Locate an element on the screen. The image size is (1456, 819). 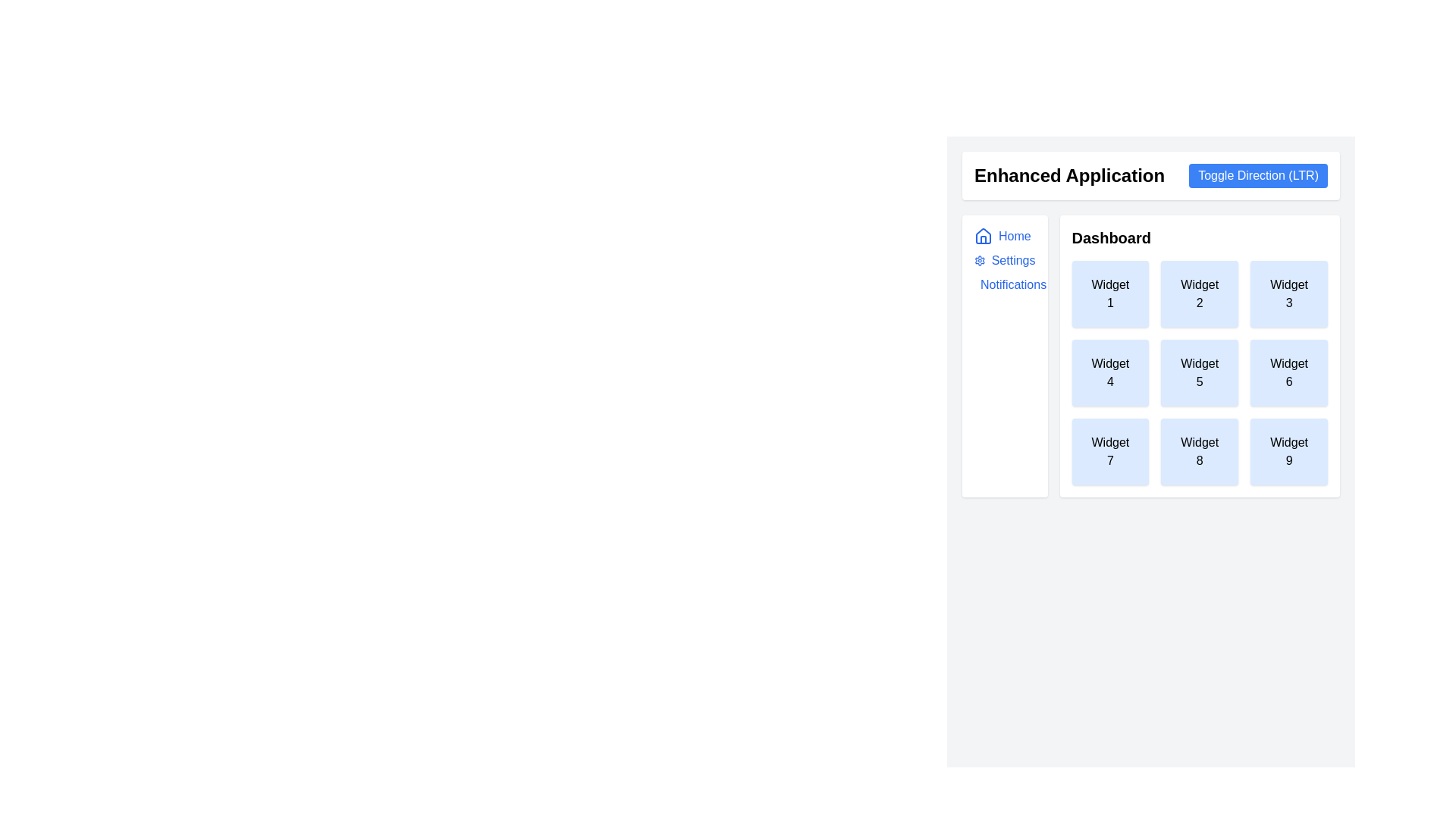
the button labeled 'Widget 4', which is a rectangular button with rounded corners and a light blue background, located in the first cell of the second row of a grid layout is located at coordinates (1110, 373).